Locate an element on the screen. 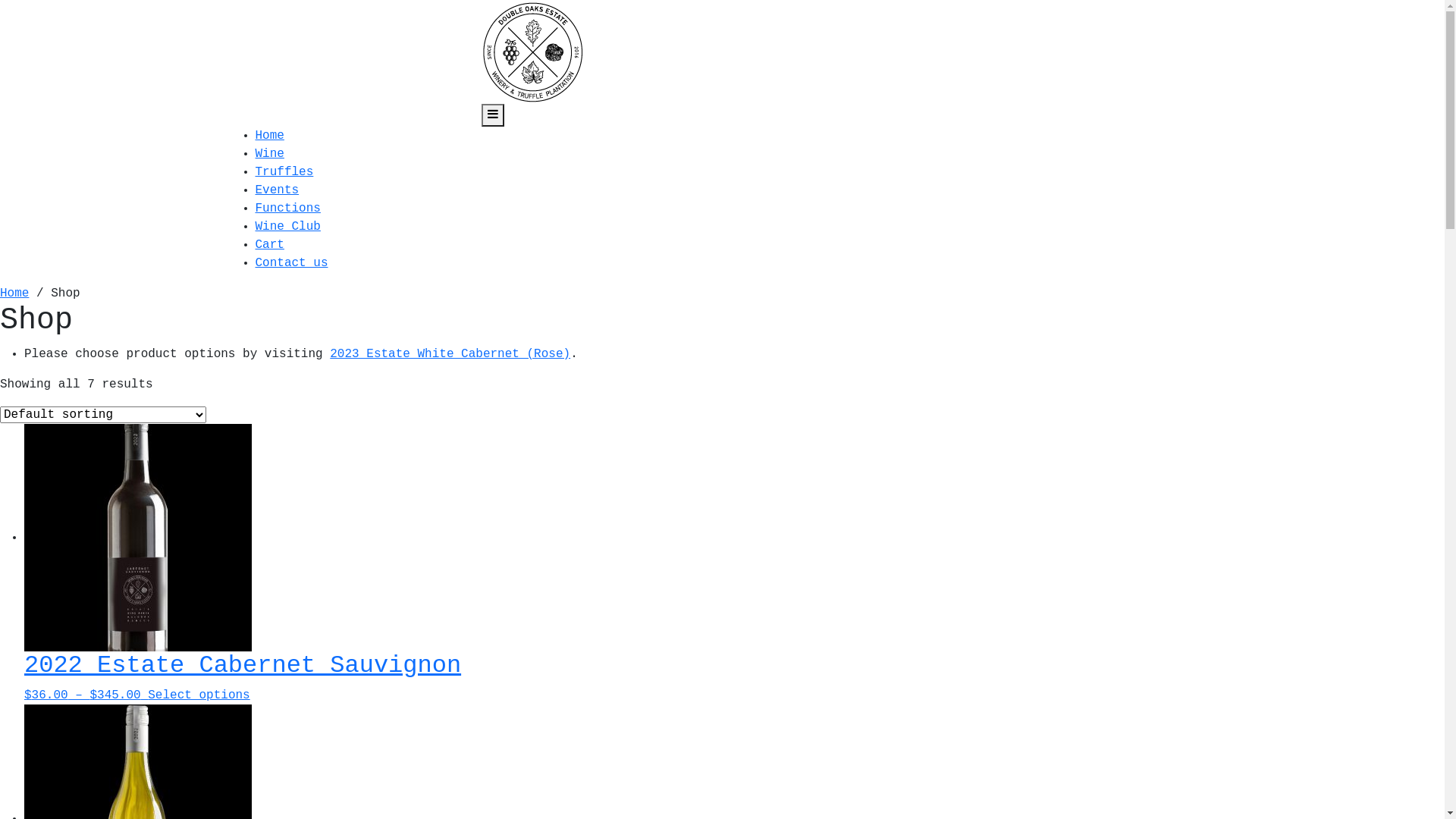 This screenshot has width=1456, height=819. 'Wine' is located at coordinates (269, 154).